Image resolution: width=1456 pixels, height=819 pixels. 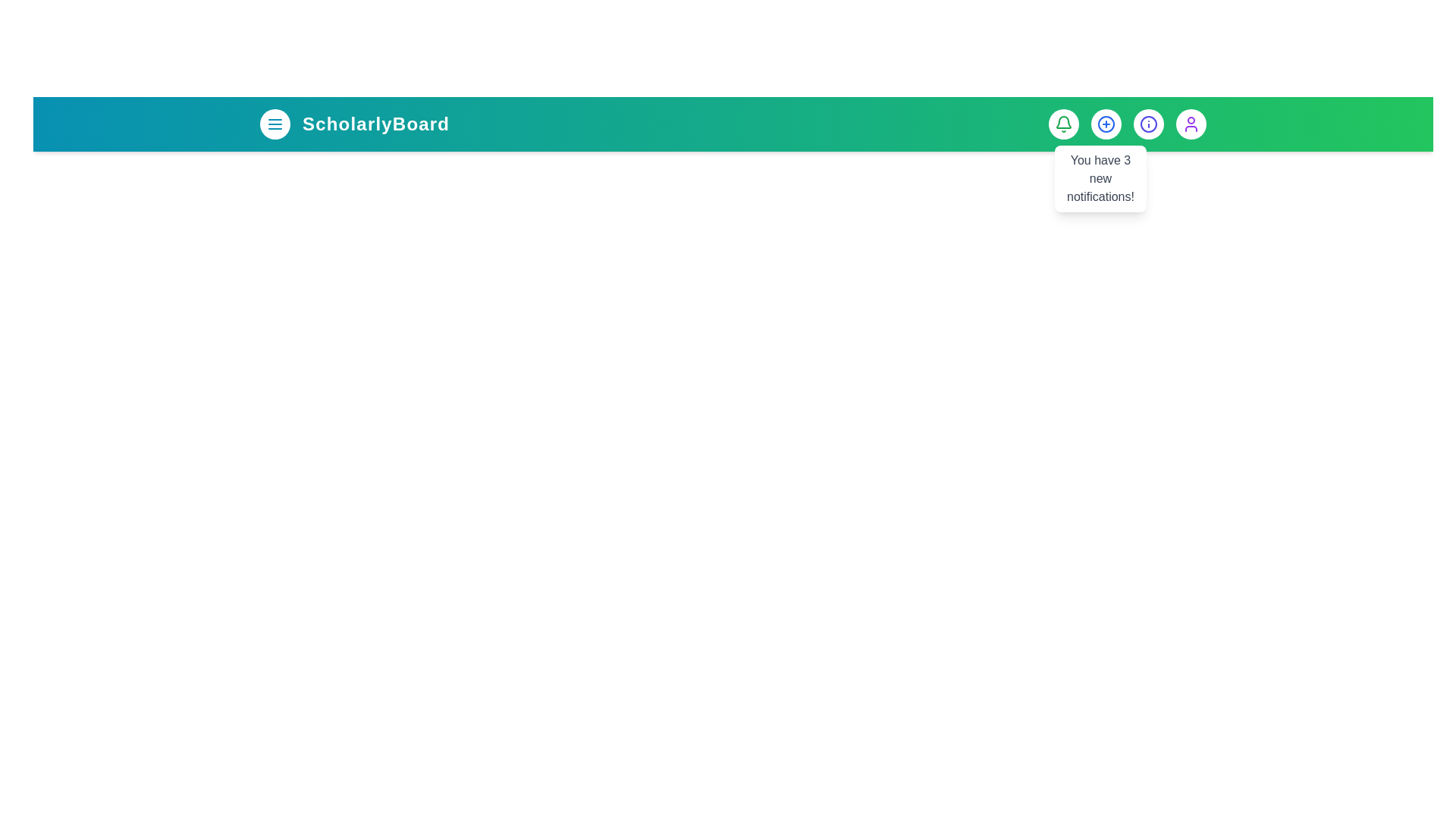 What do you see at coordinates (1190, 124) in the screenshot?
I see `the user profile button` at bounding box center [1190, 124].